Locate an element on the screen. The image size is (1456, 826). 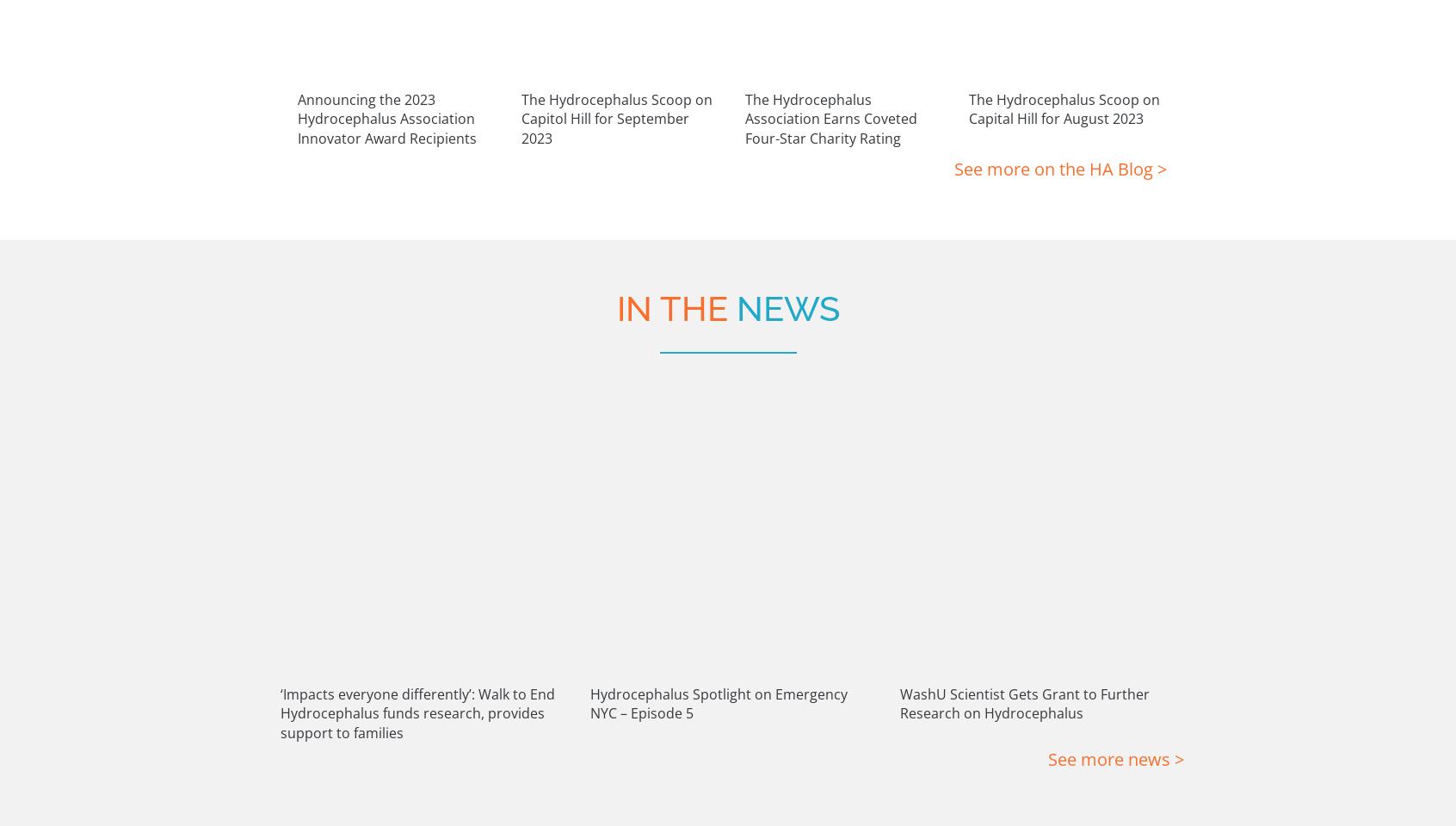
'+888-598-3789' is located at coordinates (1105, 738).